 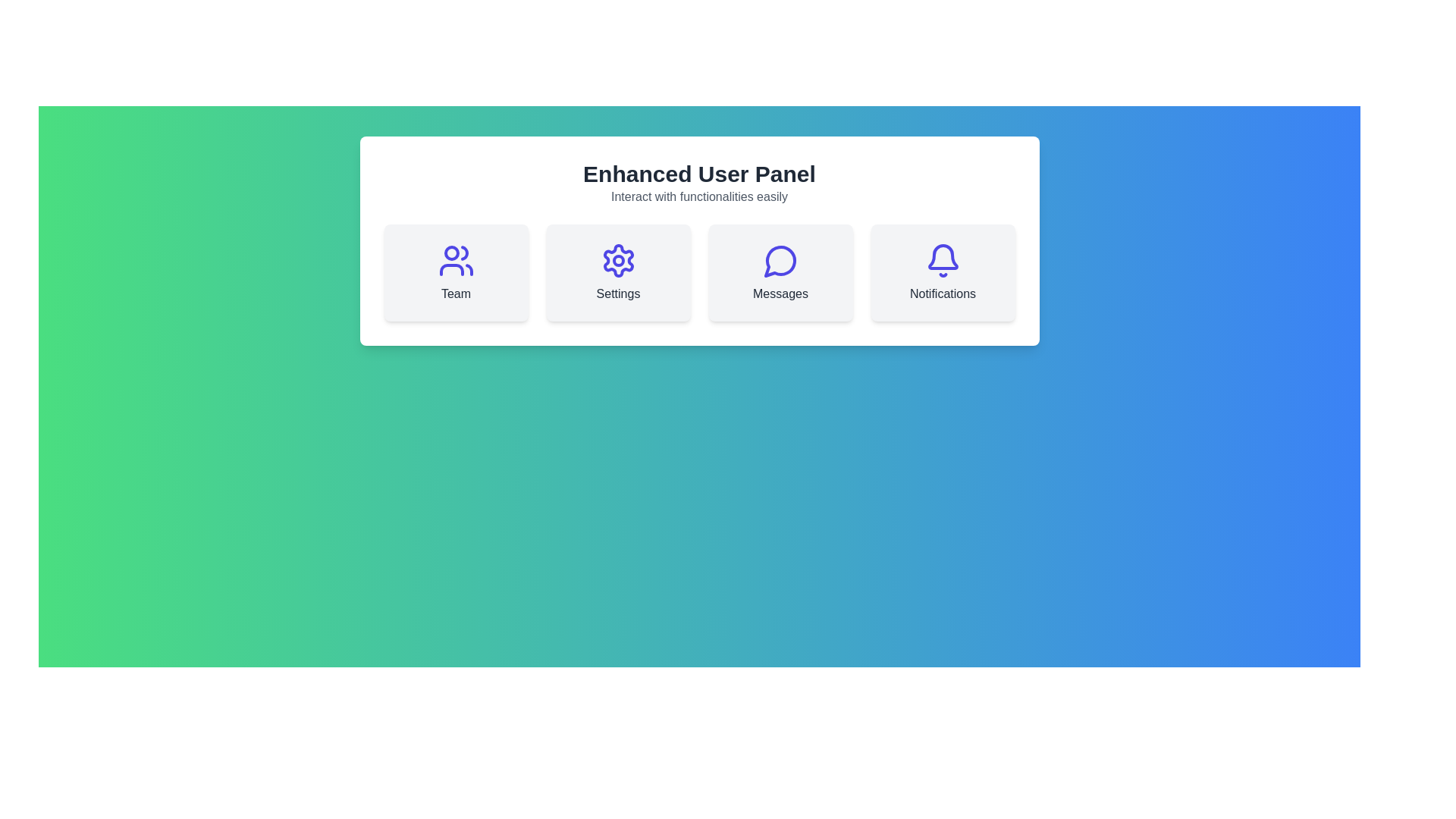 What do you see at coordinates (780, 260) in the screenshot?
I see `the 'Messages' graphical icon, which is visually representative of the messaging functionality within the interface, located in the third section of a grid layout` at bounding box center [780, 260].